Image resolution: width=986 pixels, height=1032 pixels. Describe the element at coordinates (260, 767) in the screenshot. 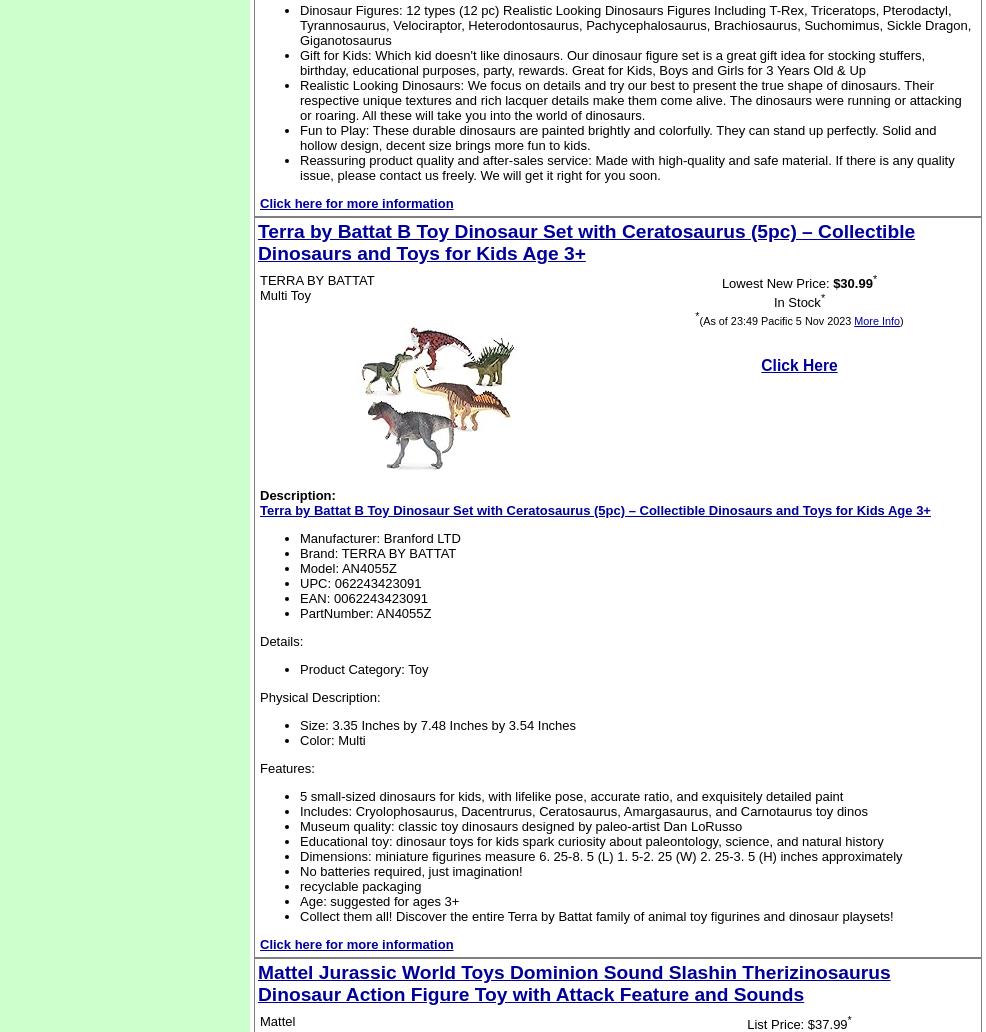

I see `'Features:'` at that location.